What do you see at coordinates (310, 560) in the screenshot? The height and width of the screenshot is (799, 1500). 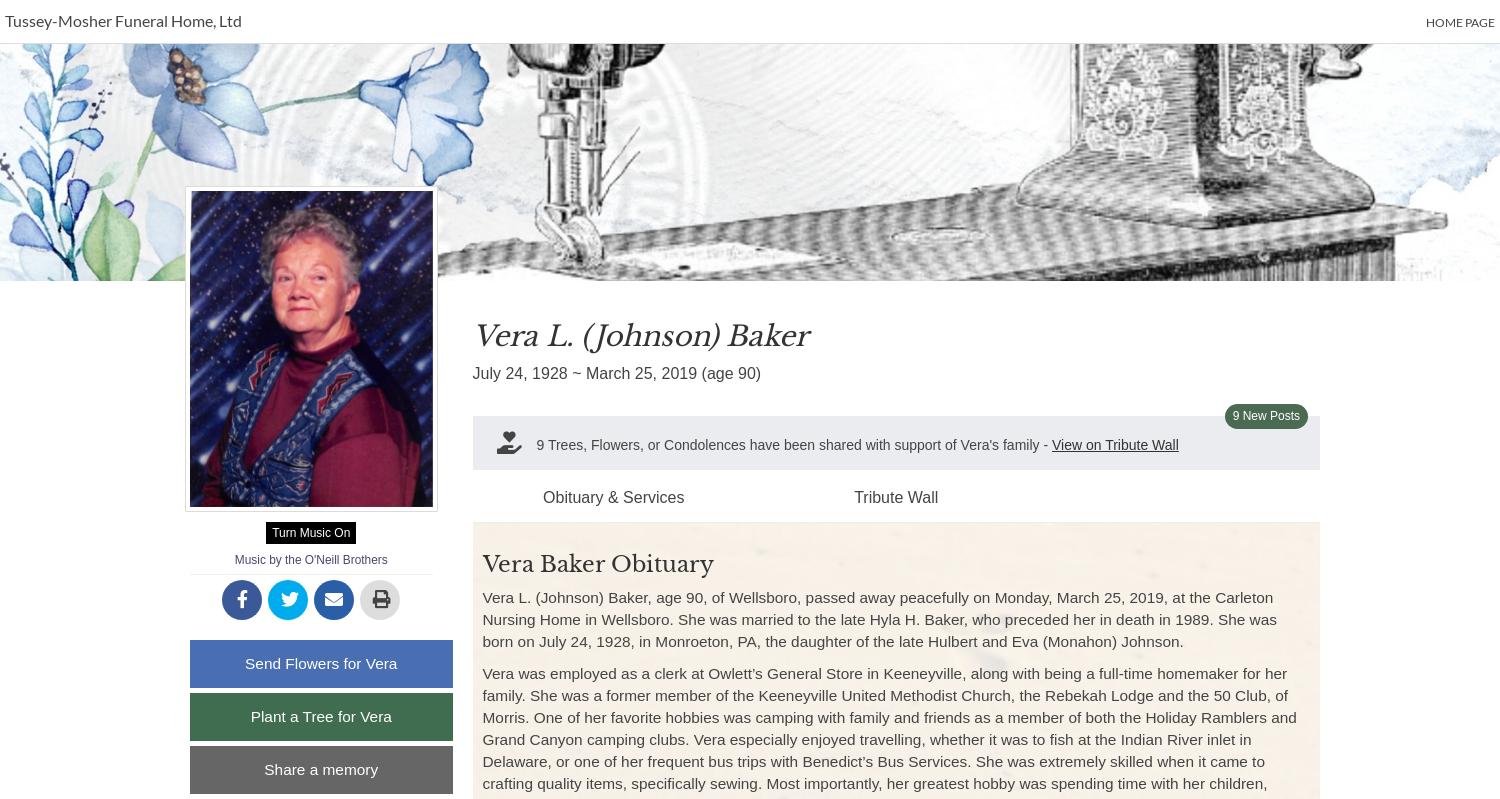 I see `'Music by the O'Neill Brothers'` at bounding box center [310, 560].